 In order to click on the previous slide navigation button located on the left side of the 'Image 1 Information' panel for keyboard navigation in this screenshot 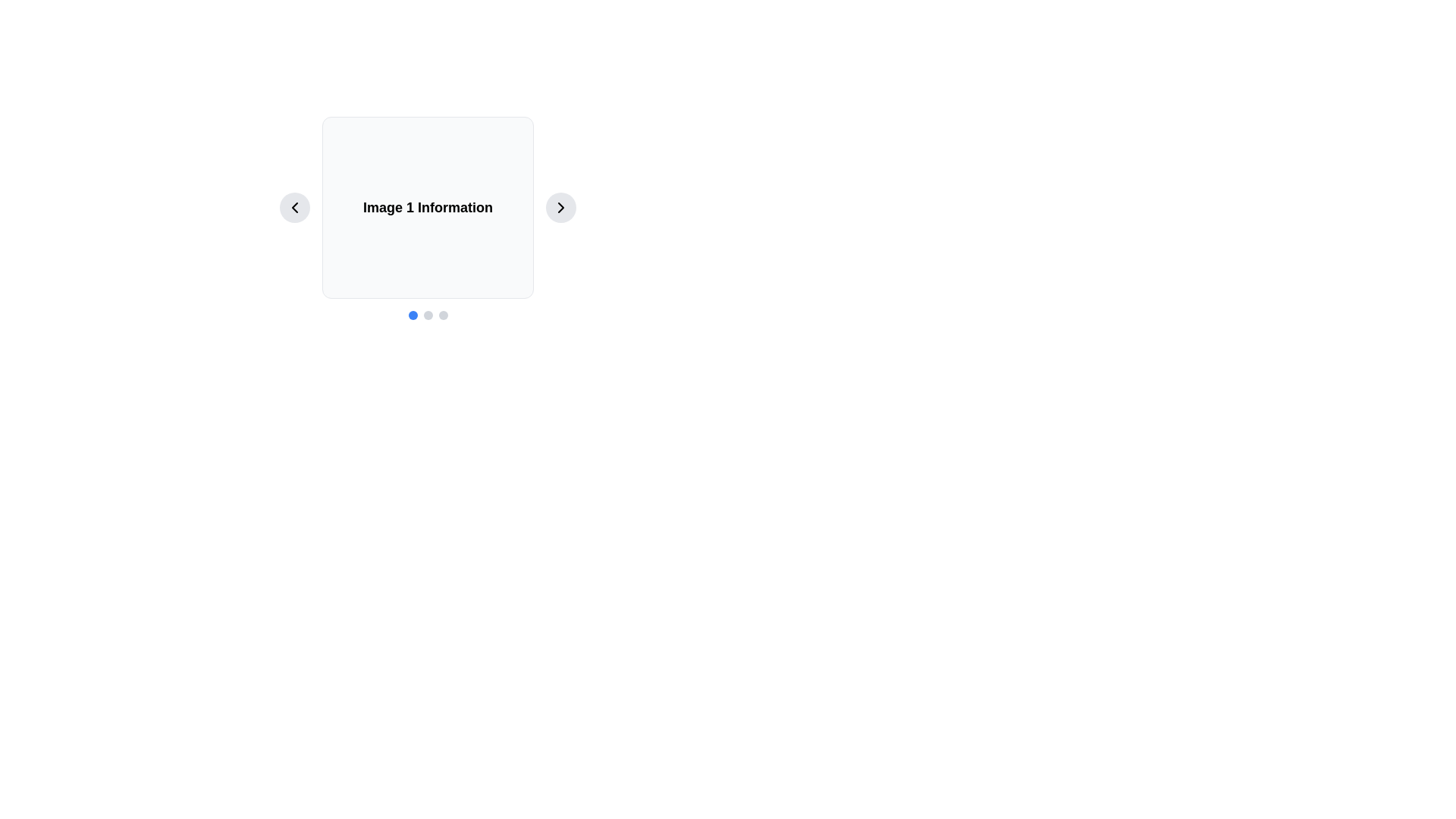, I will do `click(294, 207)`.